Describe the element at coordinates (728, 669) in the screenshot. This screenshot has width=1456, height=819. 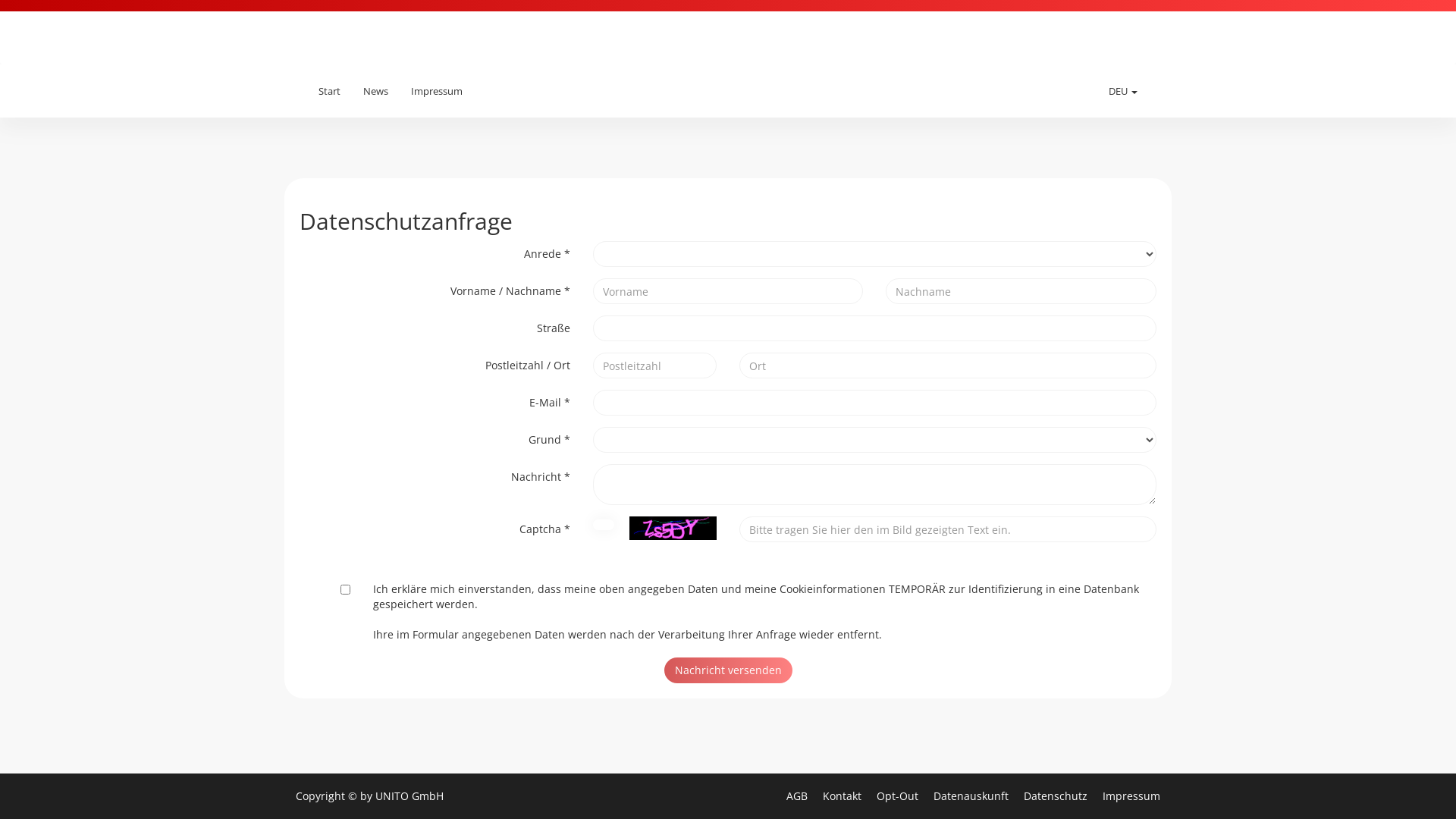
I see `'Nachricht versenden'` at that location.